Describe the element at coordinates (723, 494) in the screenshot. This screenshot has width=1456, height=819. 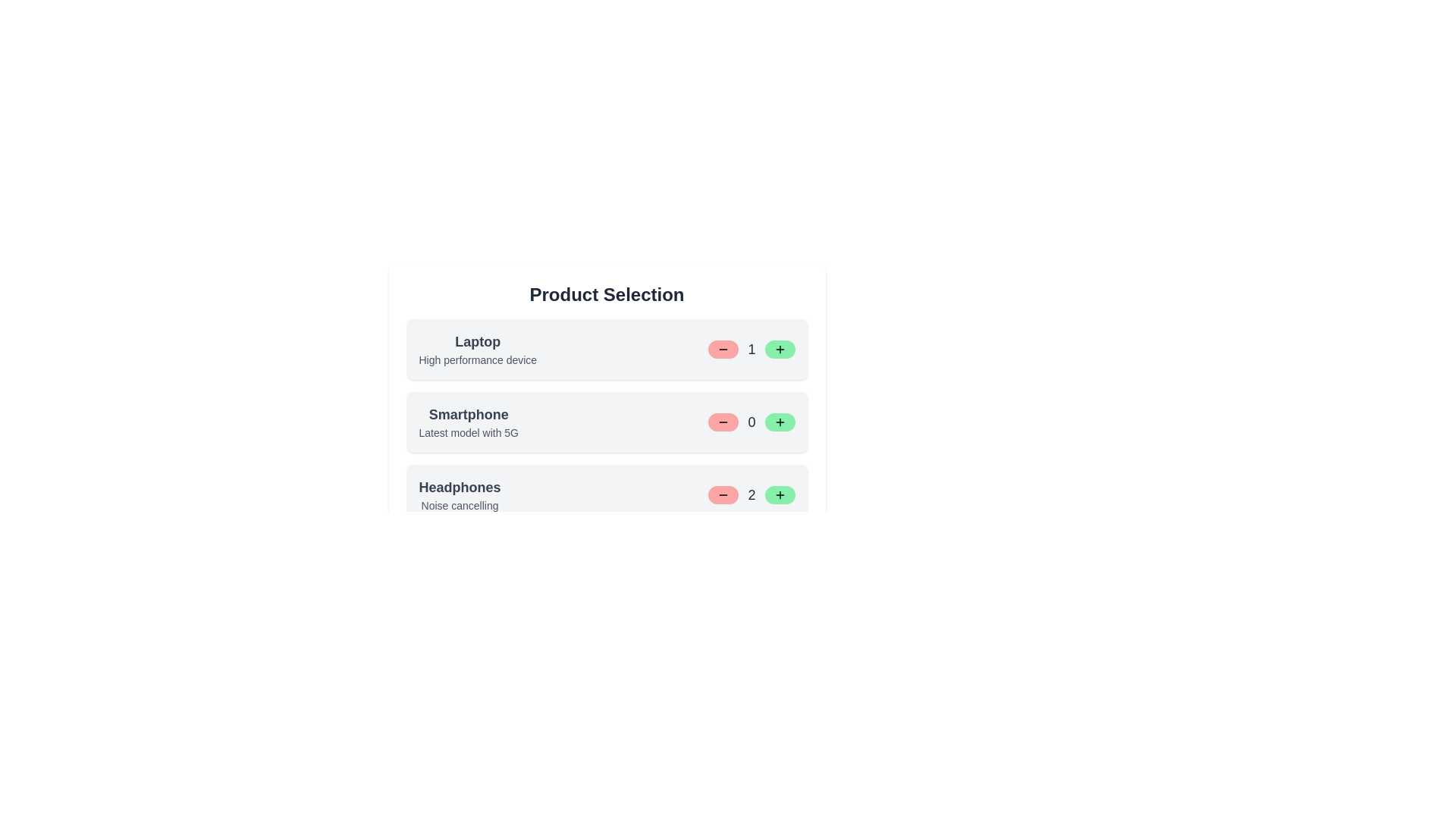
I see `minus button for the product identified by Headphones` at that location.